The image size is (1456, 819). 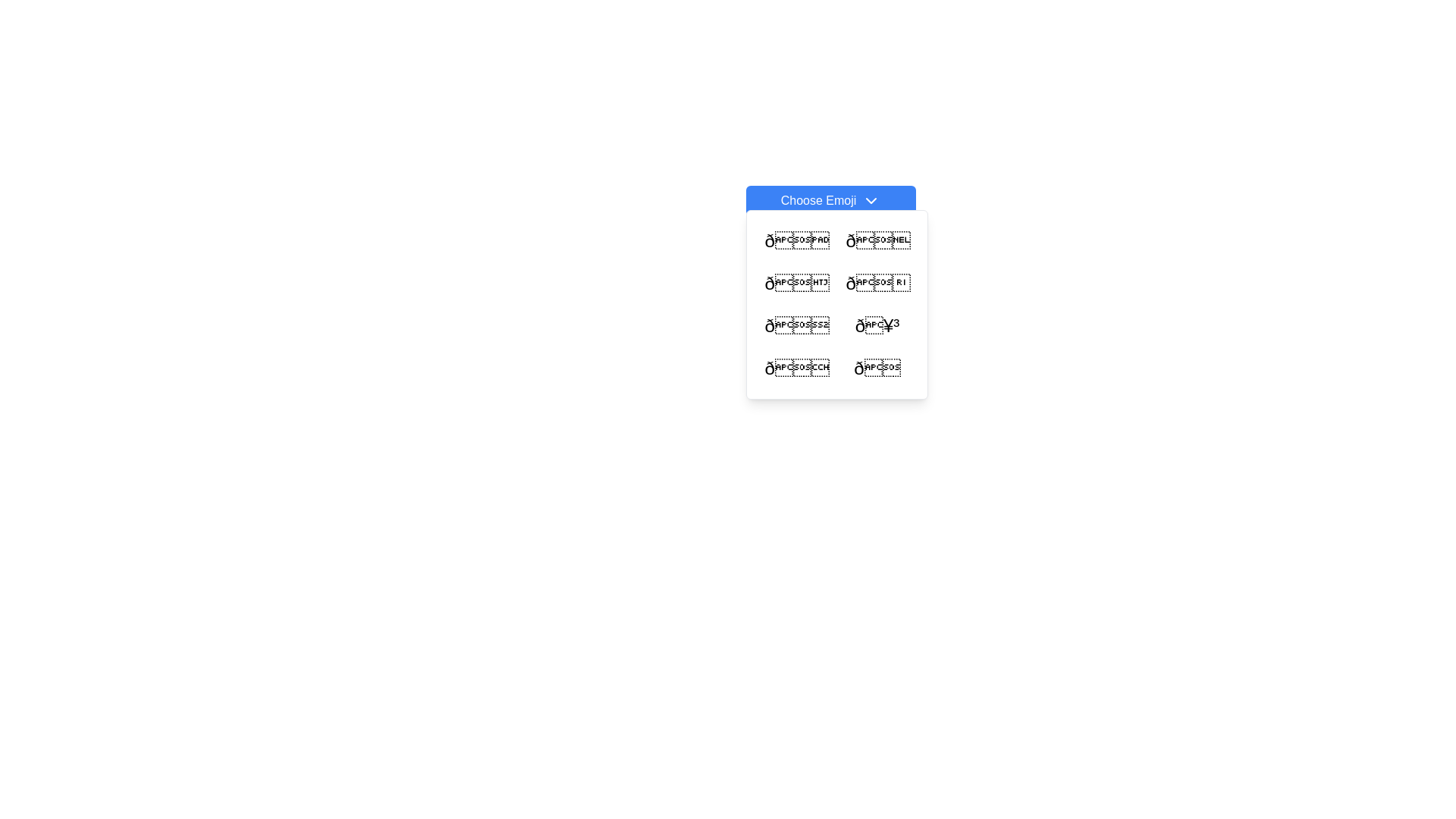 I want to click on the interactive emoji selection button located in the lower-left corner of the emoji grid menu, so click(x=795, y=369).